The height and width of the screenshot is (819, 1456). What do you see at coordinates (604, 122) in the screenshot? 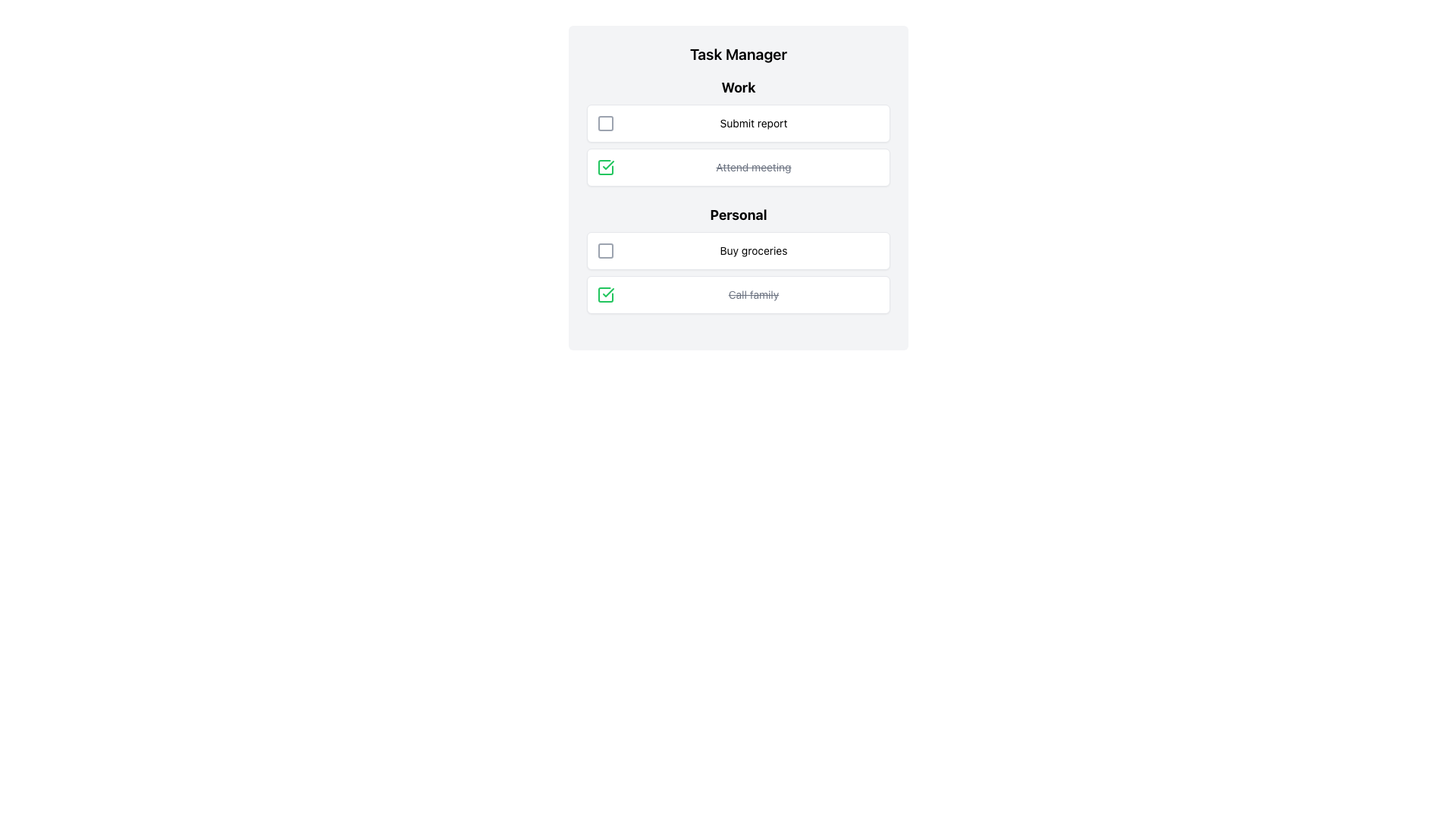
I see `the checkbox-like control for marking the 'Submit report' task` at bounding box center [604, 122].